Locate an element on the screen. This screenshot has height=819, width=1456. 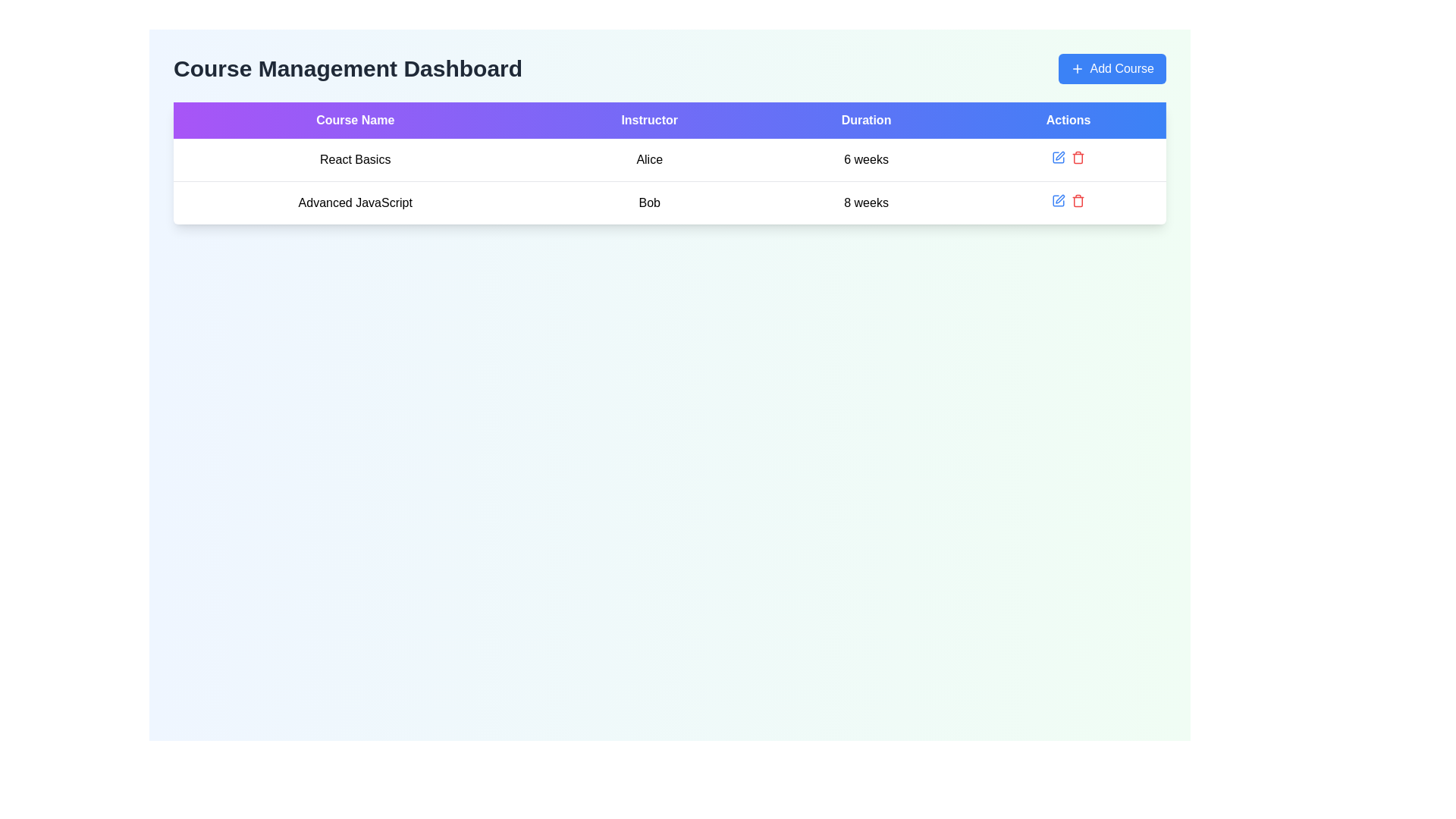
the small plus icon within the 'Add Course' button, which is located at the top-right corner of the interface is located at coordinates (1076, 69).